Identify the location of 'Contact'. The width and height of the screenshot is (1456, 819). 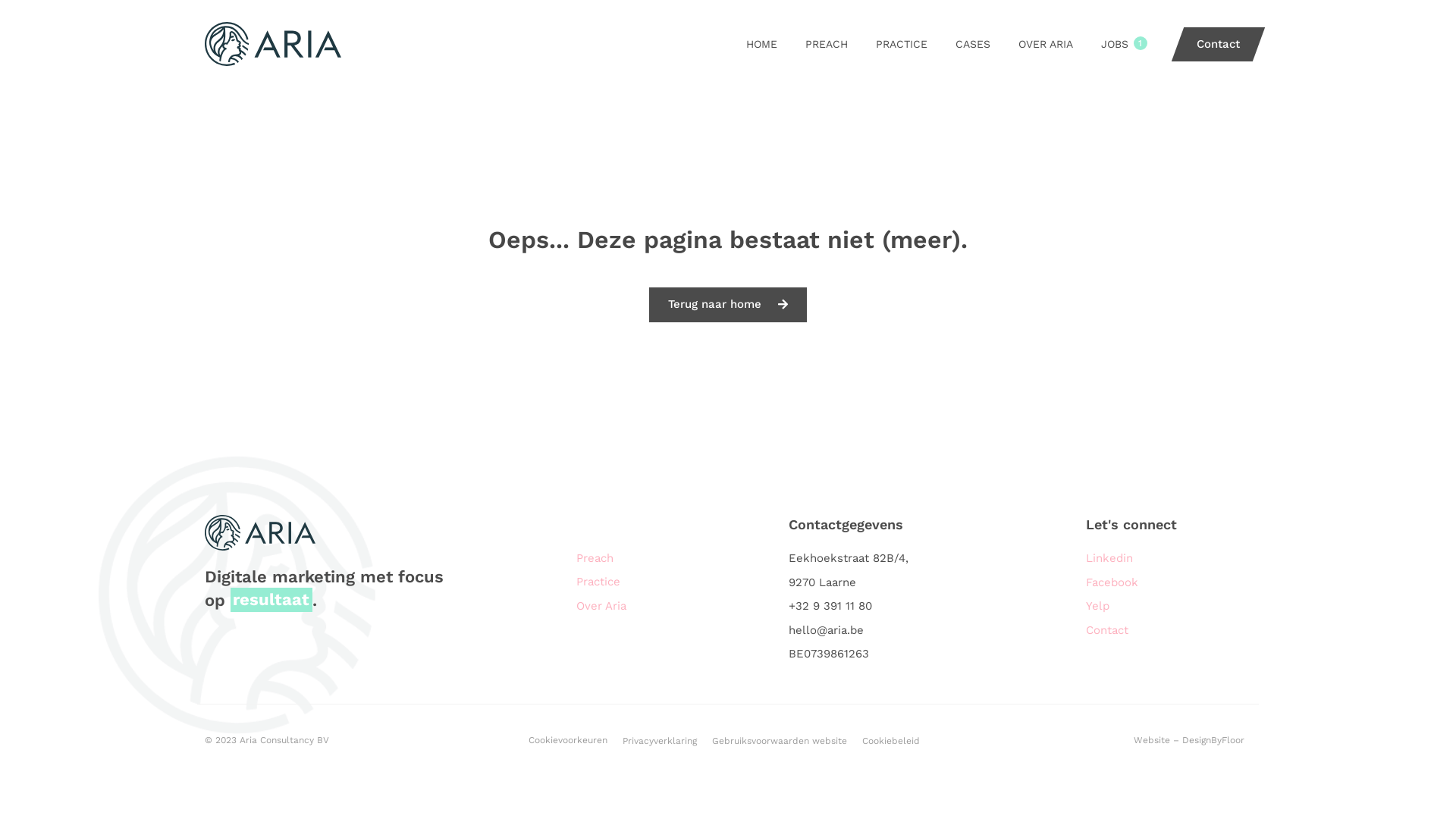
(1159, 631).